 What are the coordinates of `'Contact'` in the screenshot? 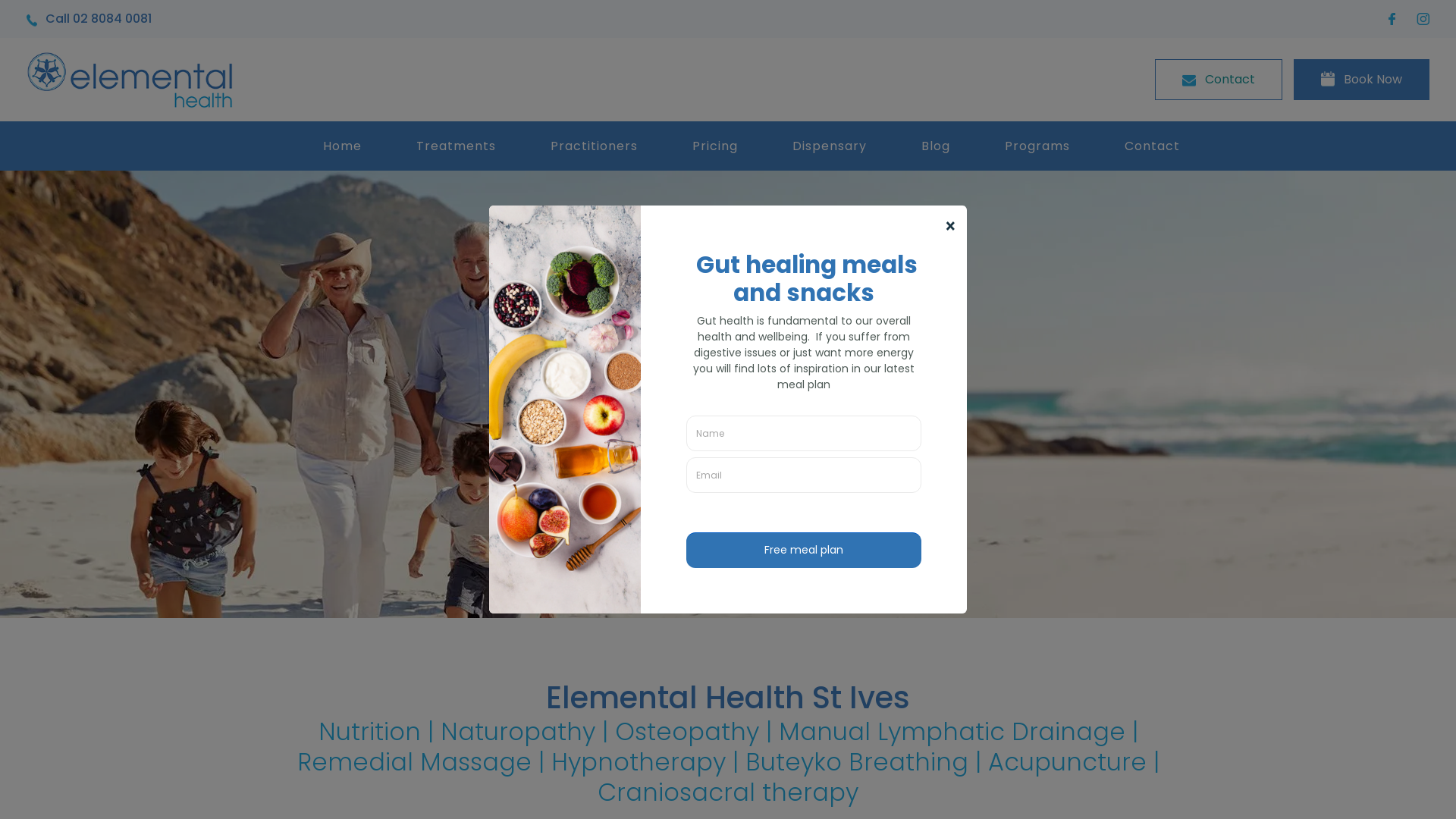 It's located at (1152, 146).